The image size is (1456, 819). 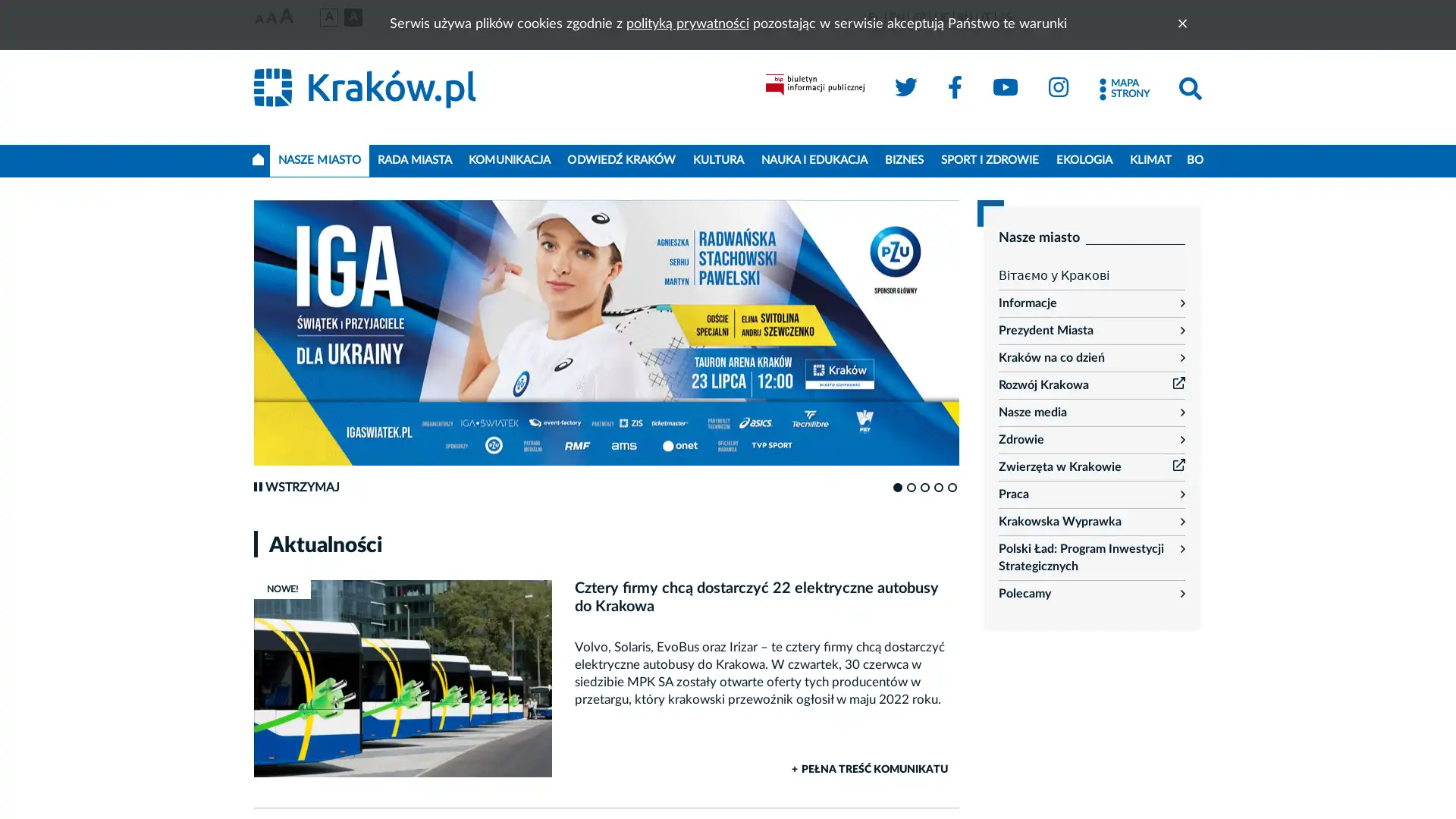 What do you see at coordinates (952, 488) in the screenshot?
I see `Go to slide 5` at bounding box center [952, 488].